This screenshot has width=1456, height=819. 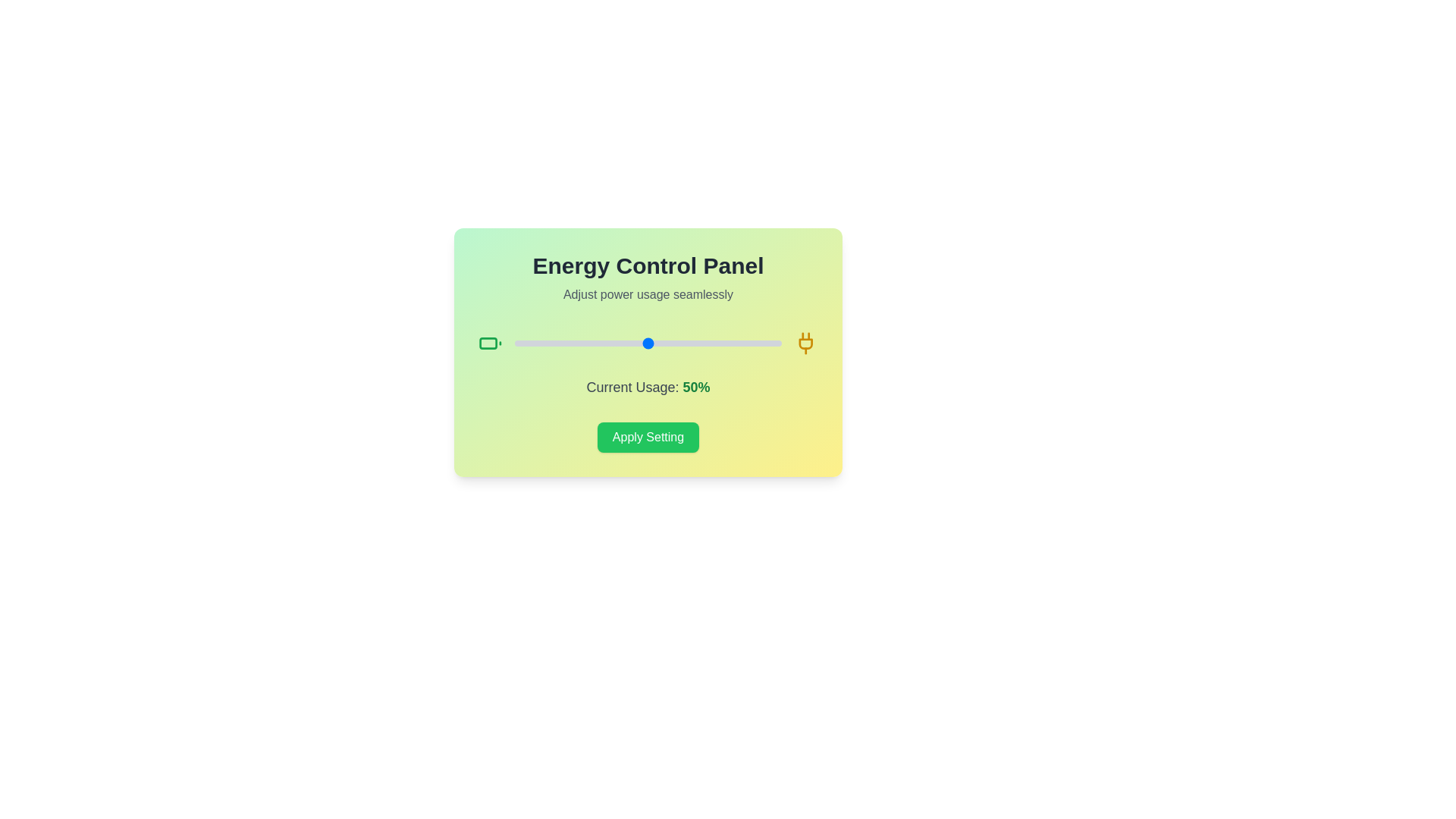 I want to click on the button that applies the configured settings, so click(x=648, y=438).